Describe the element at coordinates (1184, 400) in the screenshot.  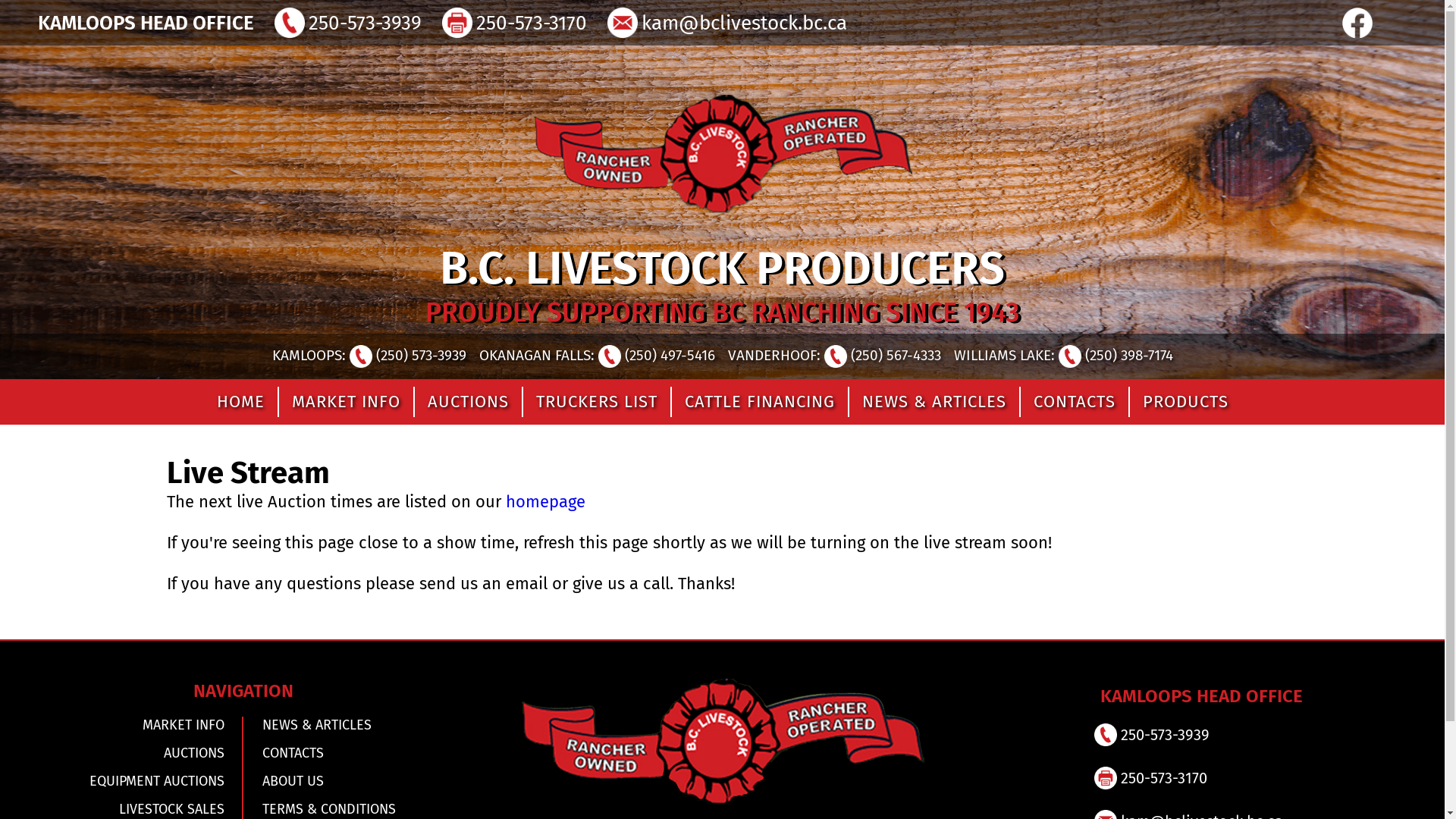
I see `'PRODUCTS'` at that location.